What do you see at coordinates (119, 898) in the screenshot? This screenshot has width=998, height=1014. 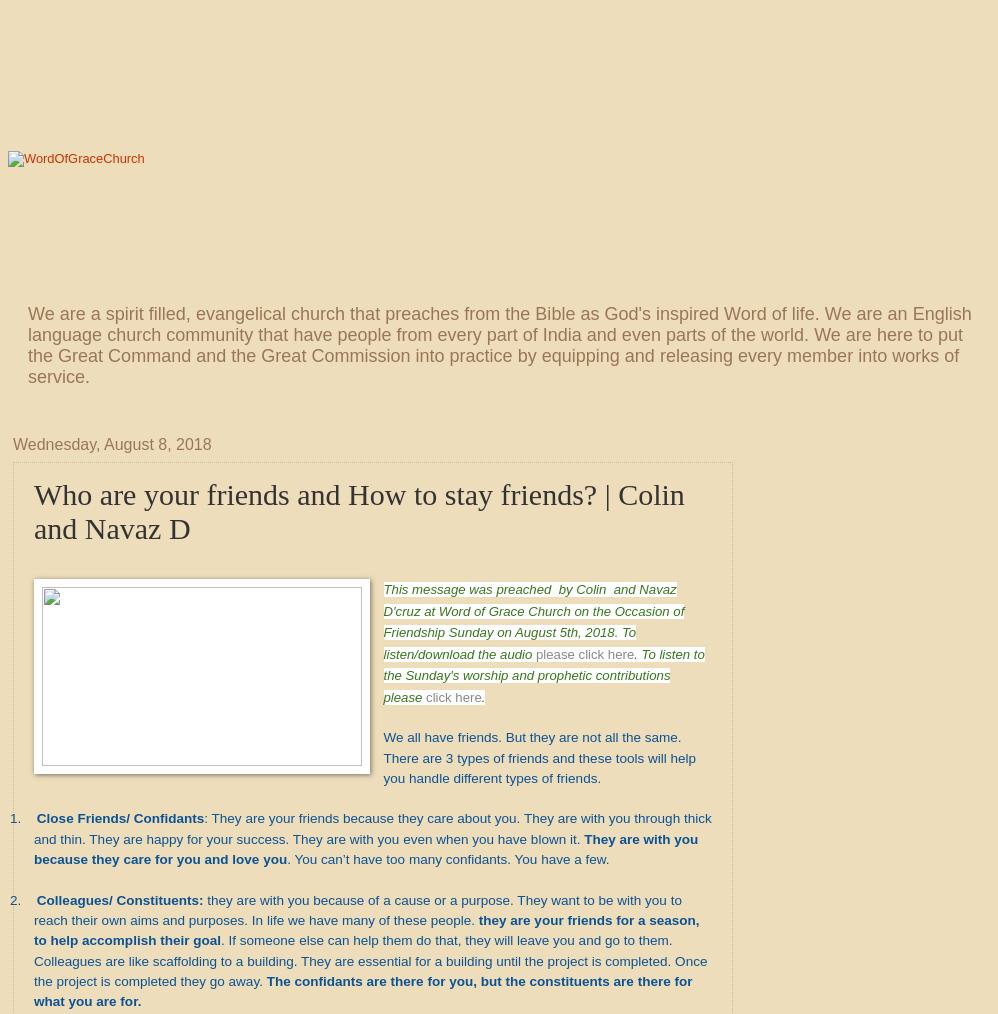 I see `'Colleagues/ Constituents:'` at bounding box center [119, 898].